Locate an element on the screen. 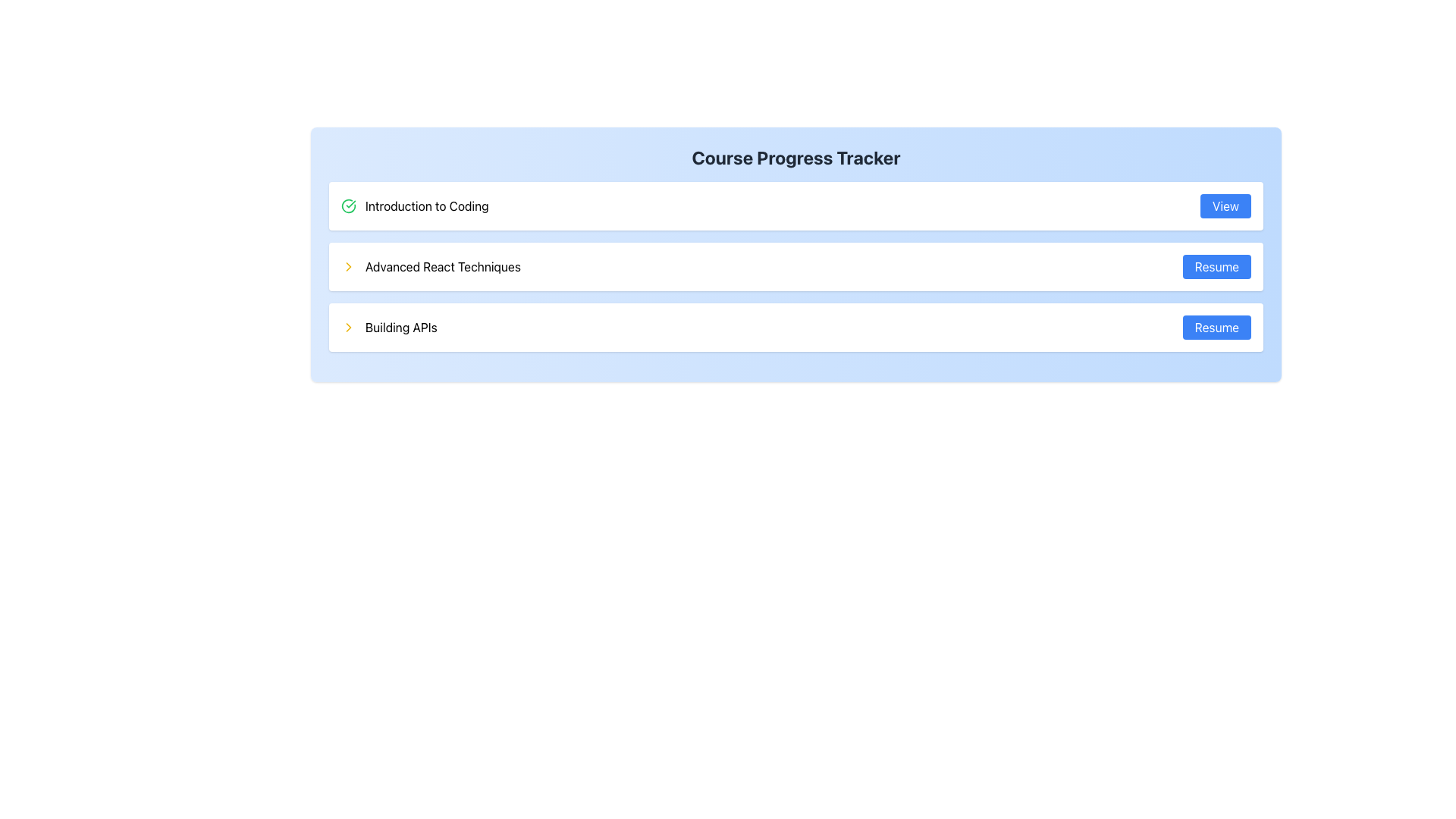 The width and height of the screenshot is (1456, 819). the green circular icon with a checkmark, which indicates completion or successful status, located to the left of the text 'Introduction to Coding' is located at coordinates (348, 206).